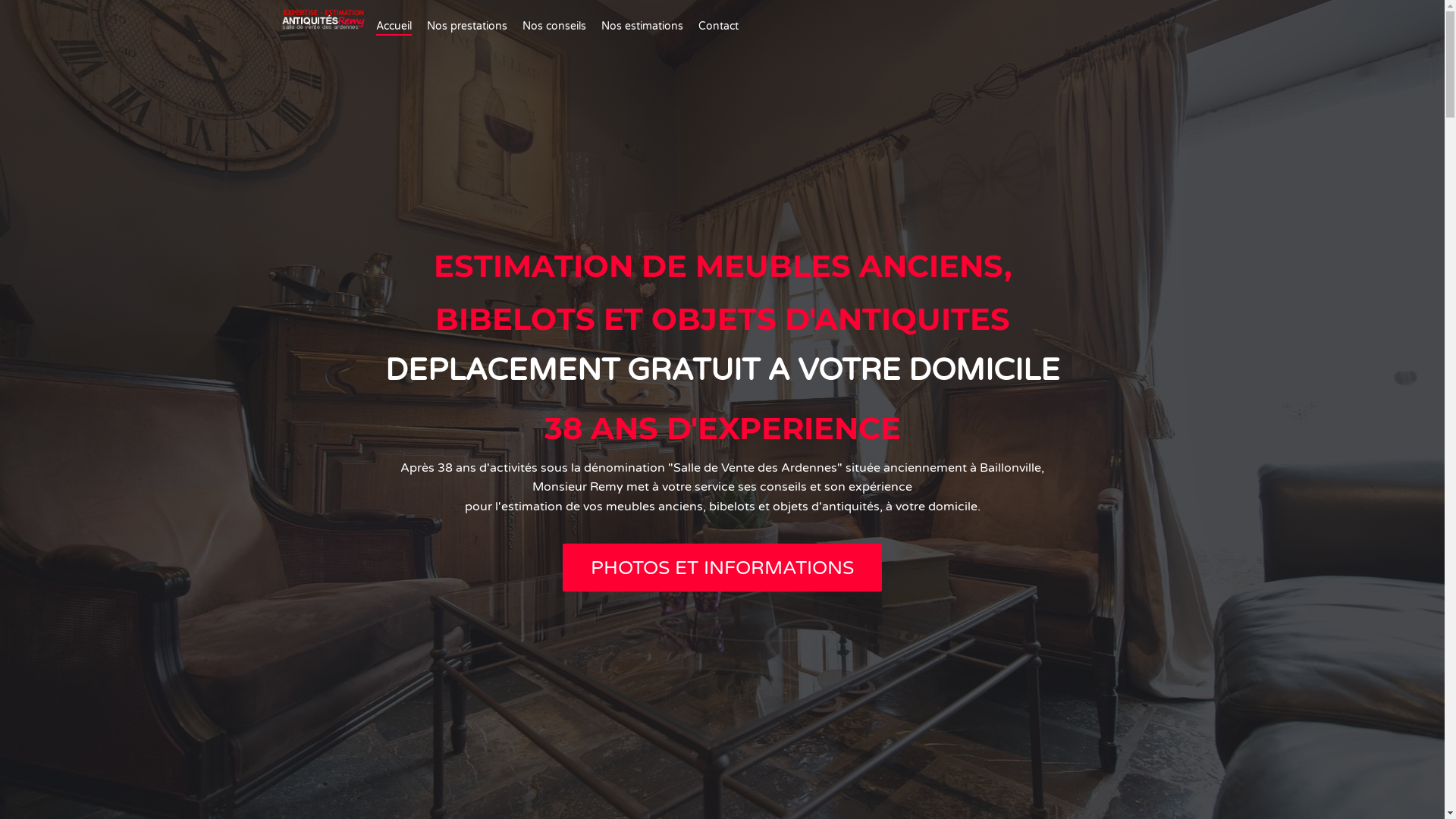 This screenshot has width=1456, height=819. What do you see at coordinates (642, 27) in the screenshot?
I see `'Nos estimations'` at bounding box center [642, 27].